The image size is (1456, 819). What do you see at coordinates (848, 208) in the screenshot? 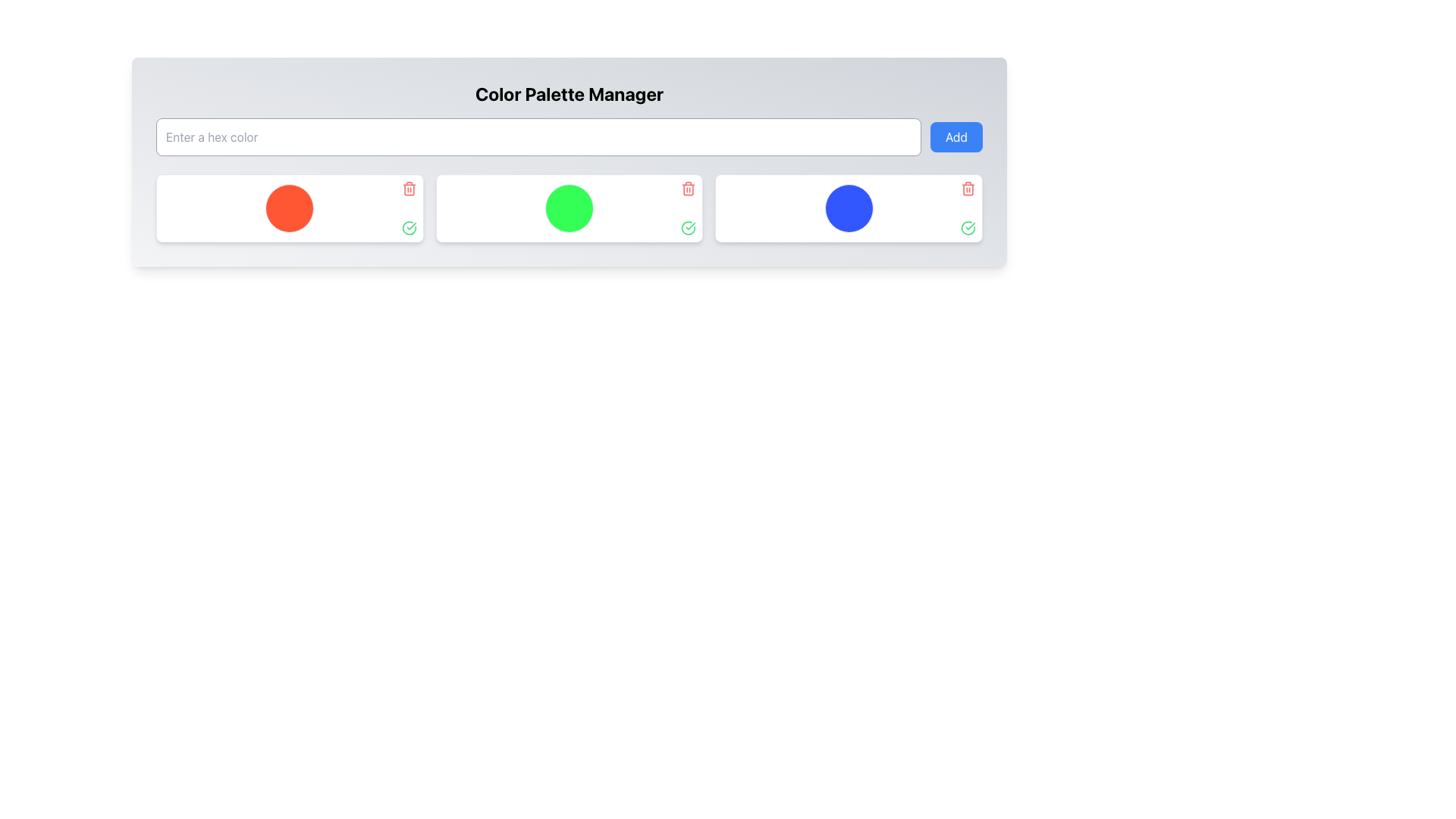
I see `the blue circle in the color palette tool located in the third column of the grid layout` at bounding box center [848, 208].